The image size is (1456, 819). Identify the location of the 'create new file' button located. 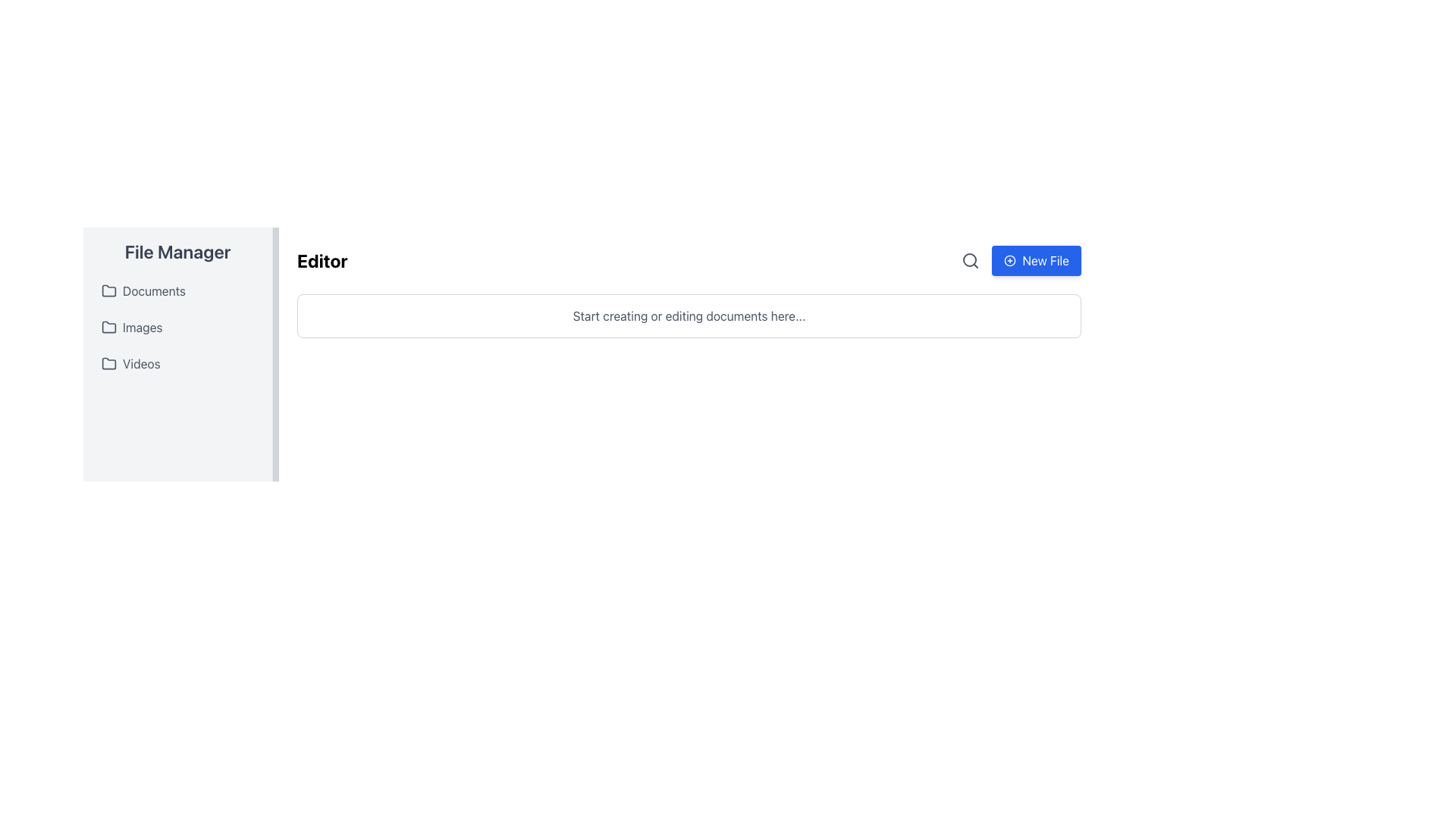
(1036, 259).